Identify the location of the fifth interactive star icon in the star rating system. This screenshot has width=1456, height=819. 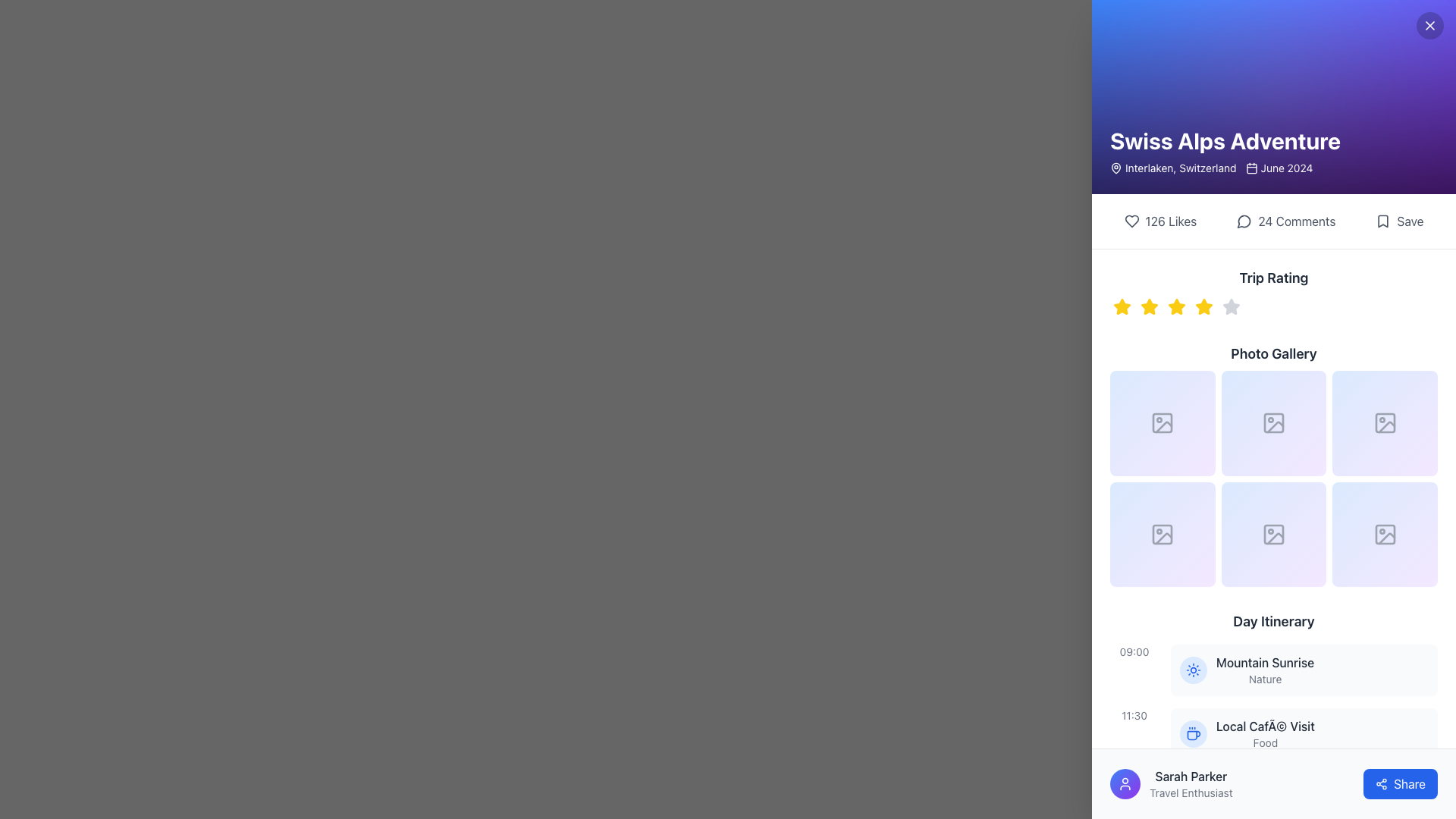
(1231, 307).